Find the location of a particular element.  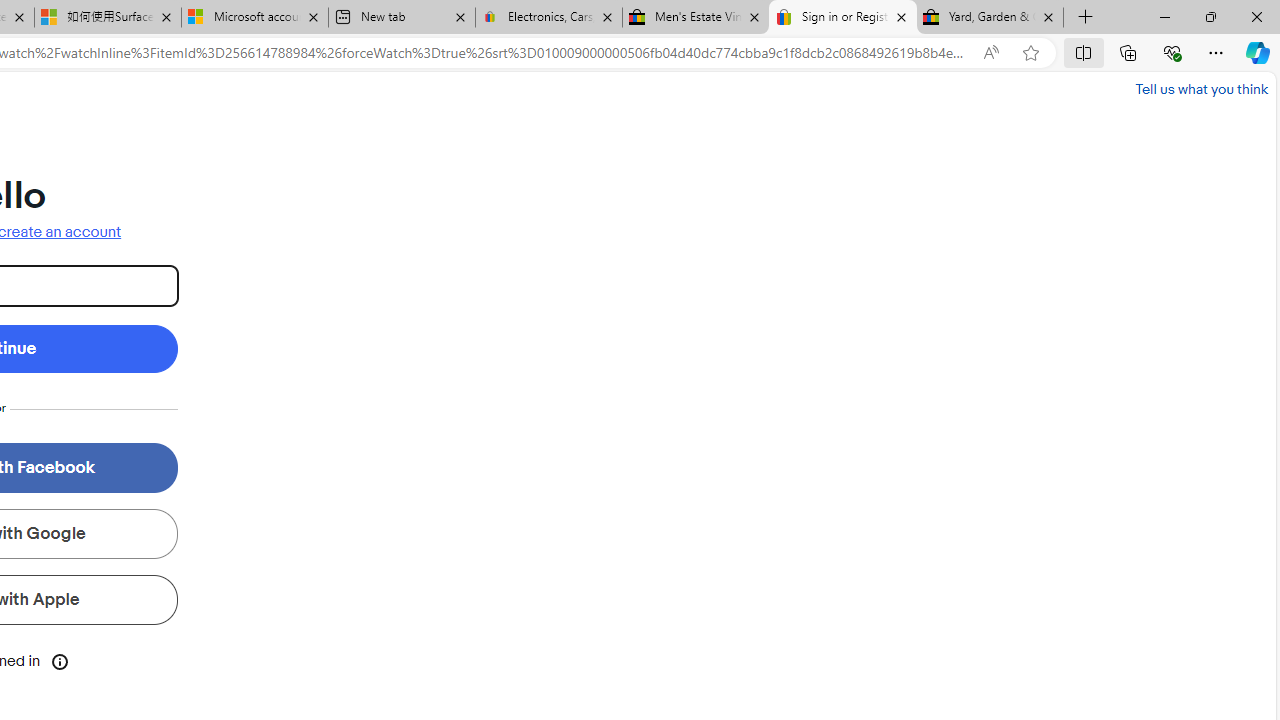

'Microsoft account | Account Checkup' is located at coordinates (253, 17).